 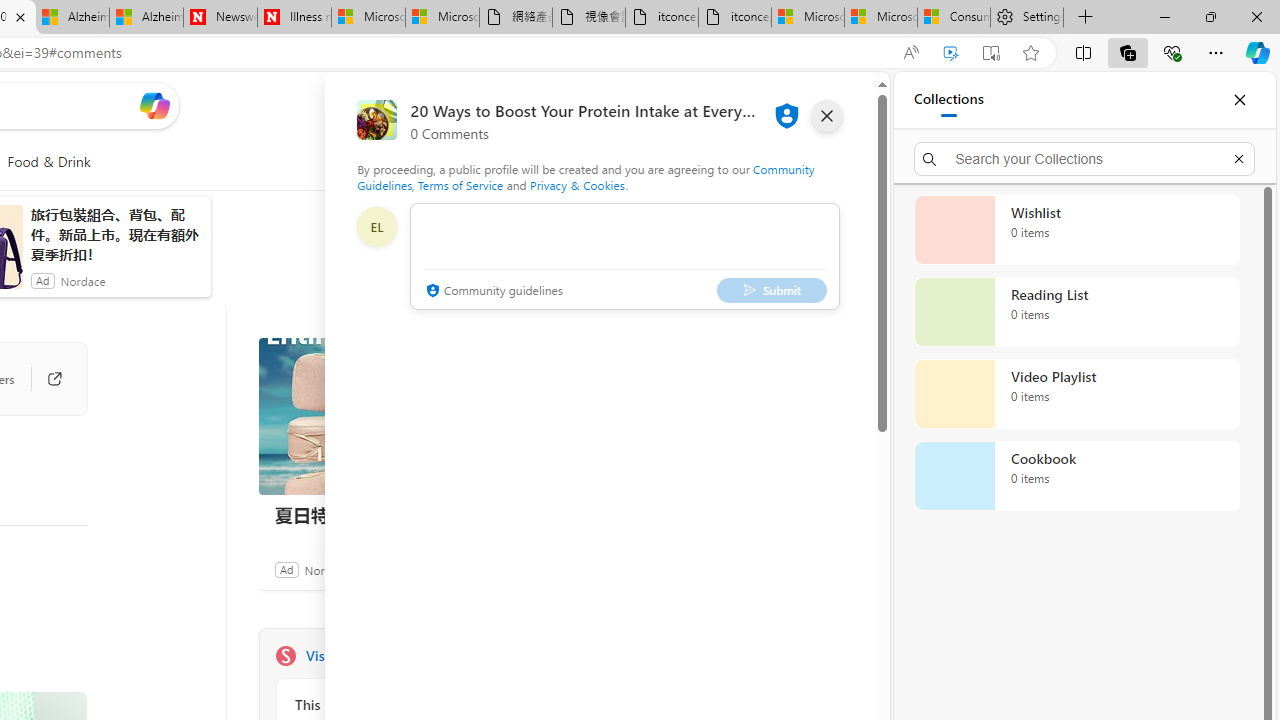 I want to click on 'Submit', so click(x=770, y=290).